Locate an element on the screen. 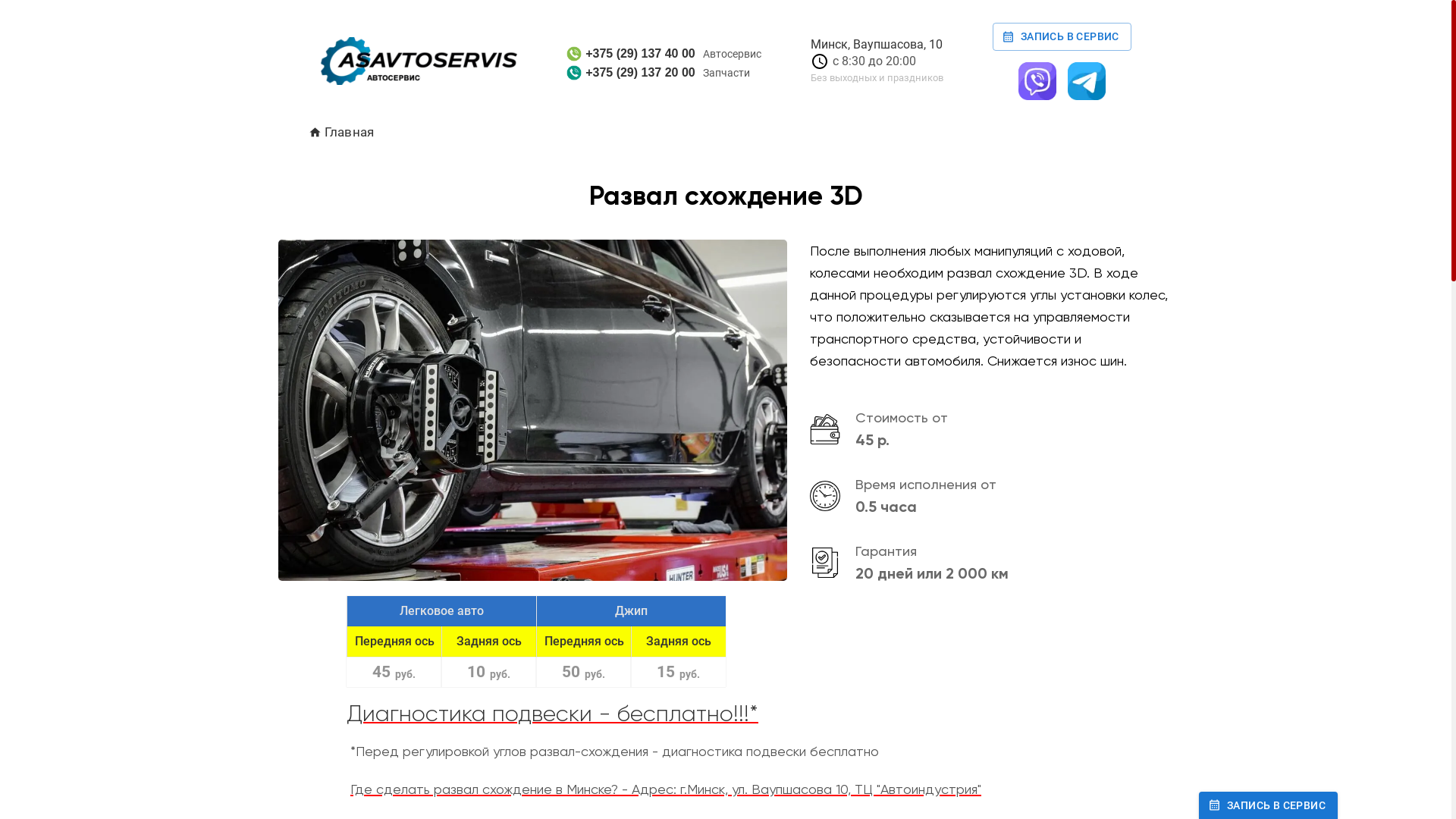  '+375 (29) 137 20 00' is located at coordinates (630, 73).